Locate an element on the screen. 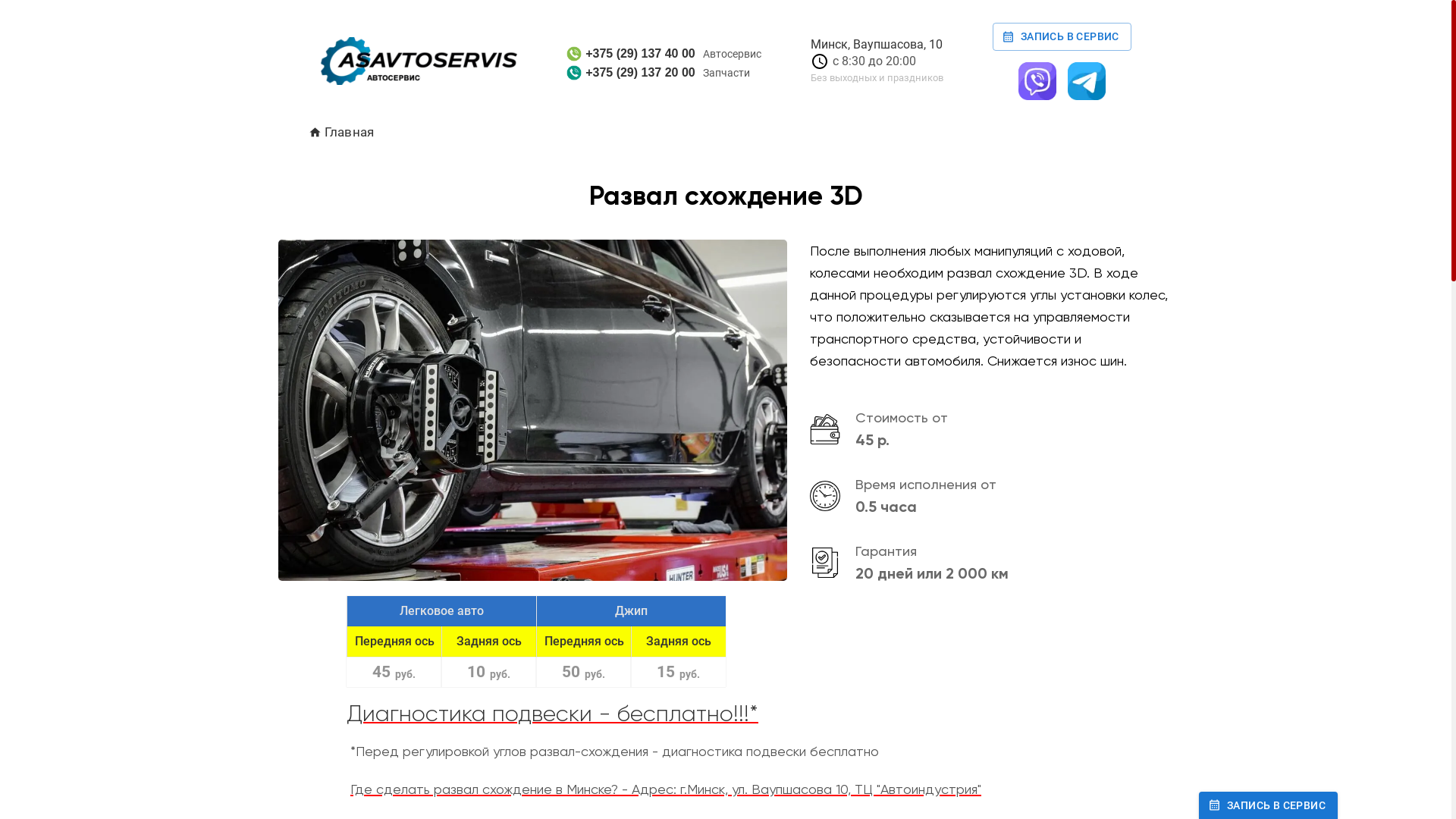  '+375 (29) 137 20 00' is located at coordinates (630, 73).